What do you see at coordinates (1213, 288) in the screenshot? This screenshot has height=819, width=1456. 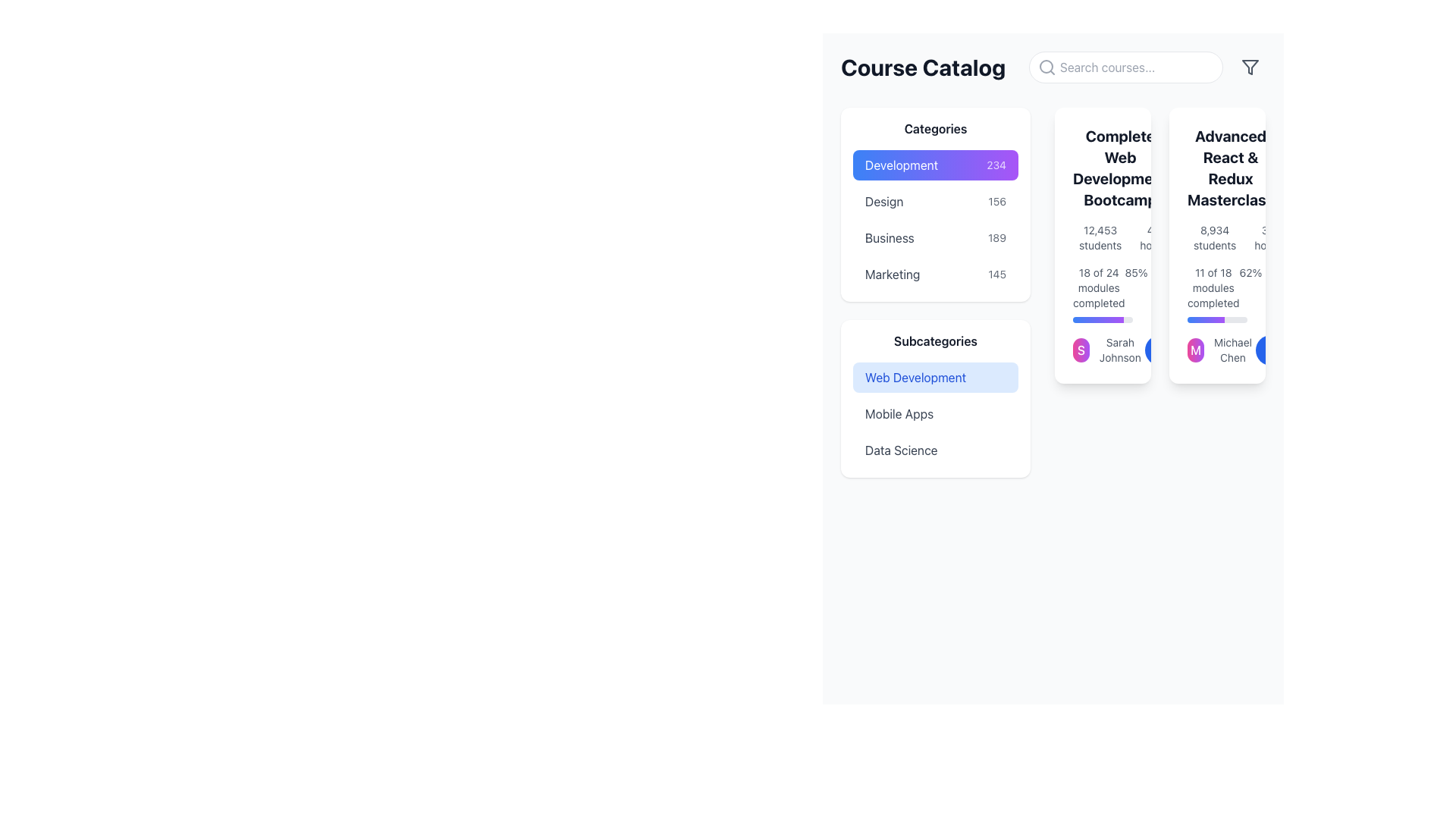 I see `progress information displayed in the text label showing '11 of 18 modules completed' which is located in the middle of the card for 'Advanced React & Redux Masterclass'` at bounding box center [1213, 288].